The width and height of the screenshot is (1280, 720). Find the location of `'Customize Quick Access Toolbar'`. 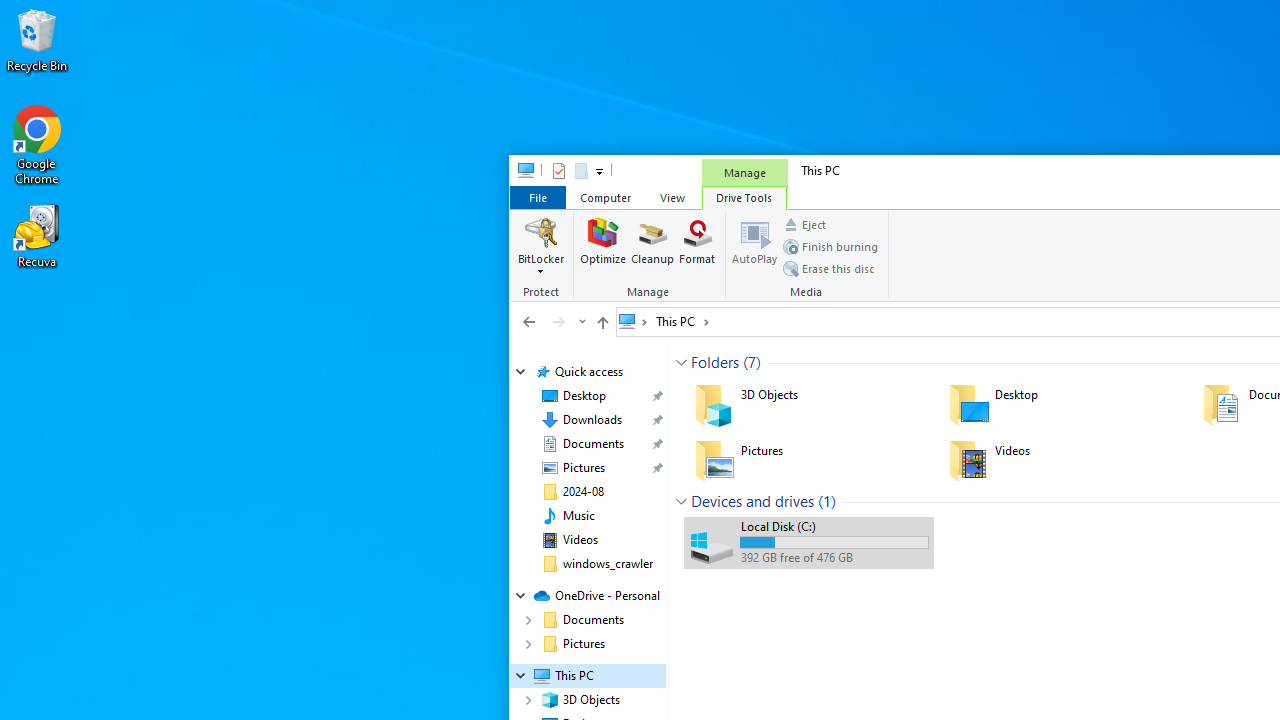

'Customize Quick Access Toolbar' is located at coordinates (598, 170).